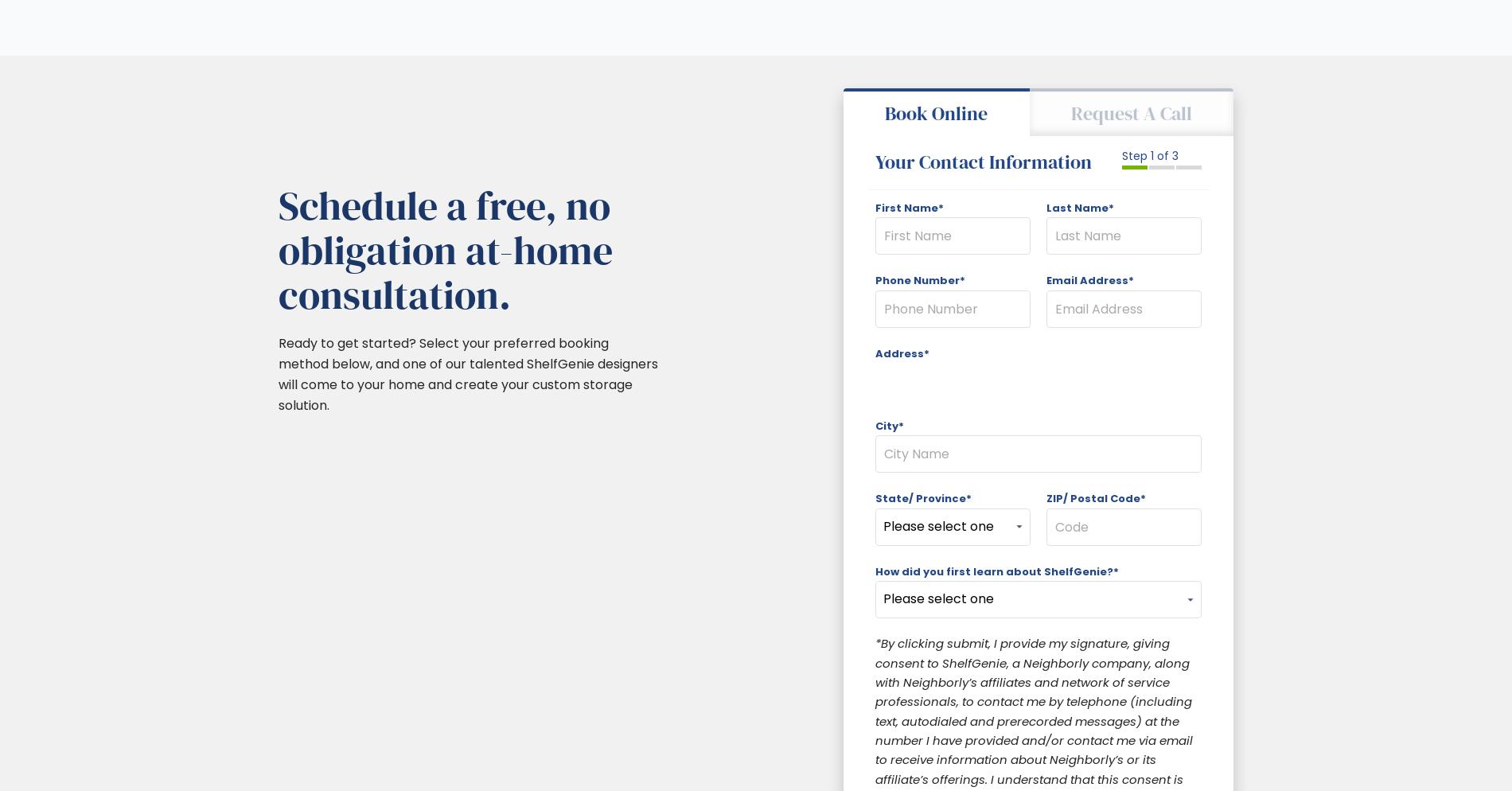  What do you see at coordinates (1045, 497) in the screenshot?
I see `'ZIP/ Postal Code*'` at bounding box center [1045, 497].